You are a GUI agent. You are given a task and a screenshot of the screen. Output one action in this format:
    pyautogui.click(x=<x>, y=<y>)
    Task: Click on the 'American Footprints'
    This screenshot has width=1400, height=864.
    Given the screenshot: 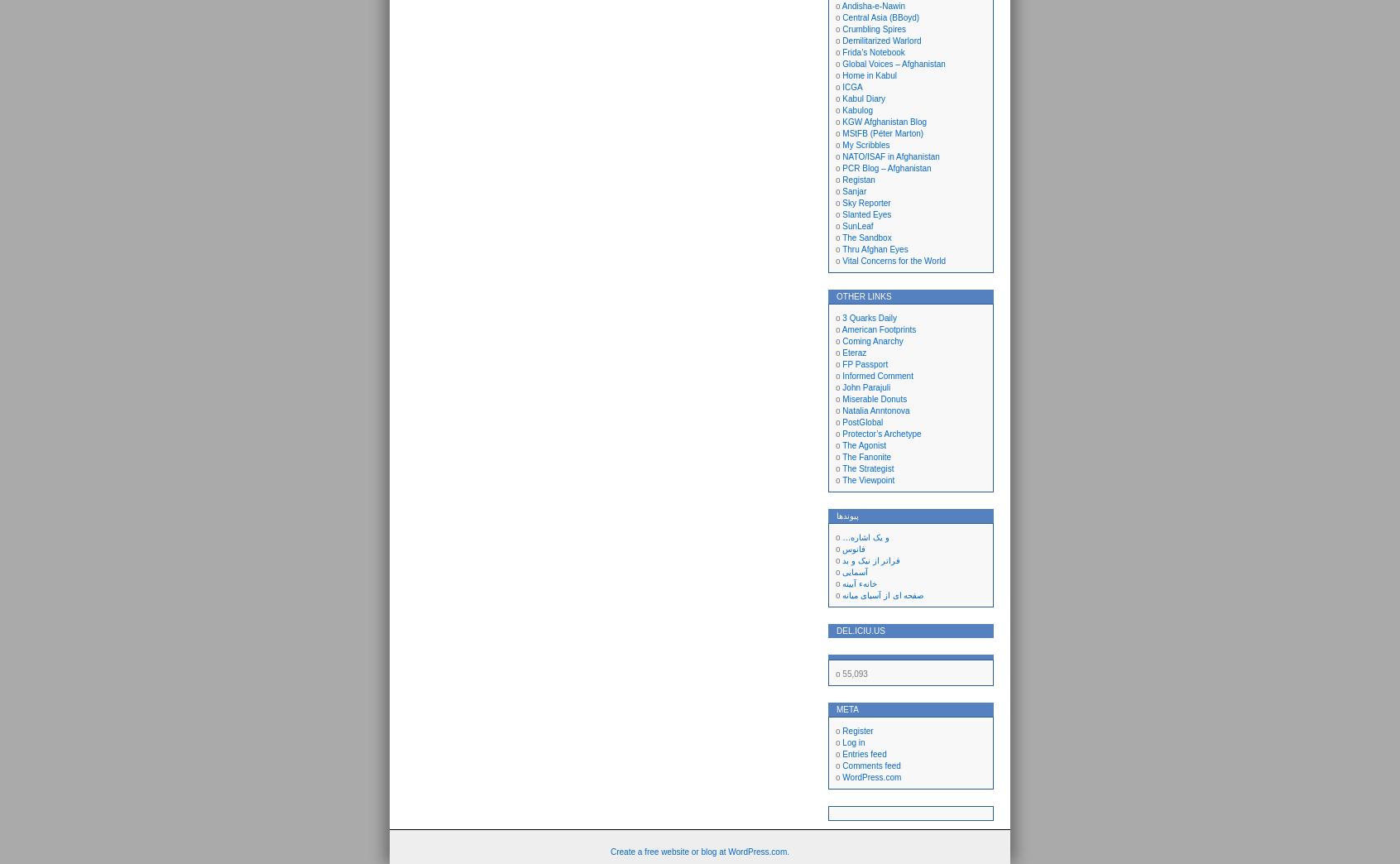 What is the action you would take?
    pyautogui.click(x=841, y=329)
    